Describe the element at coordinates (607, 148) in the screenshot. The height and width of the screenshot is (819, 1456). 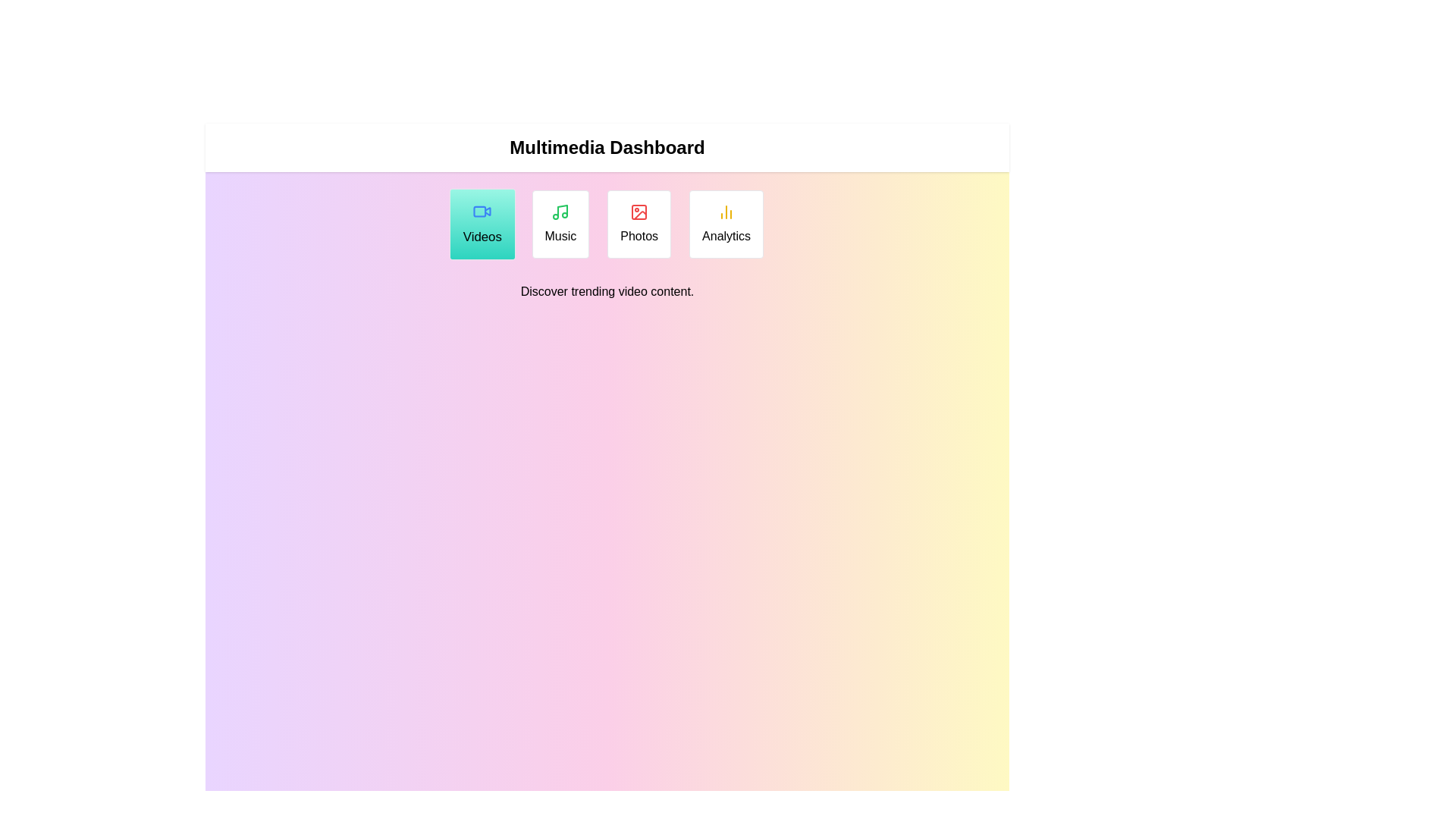
I see `the header to inspect its text` at that location.